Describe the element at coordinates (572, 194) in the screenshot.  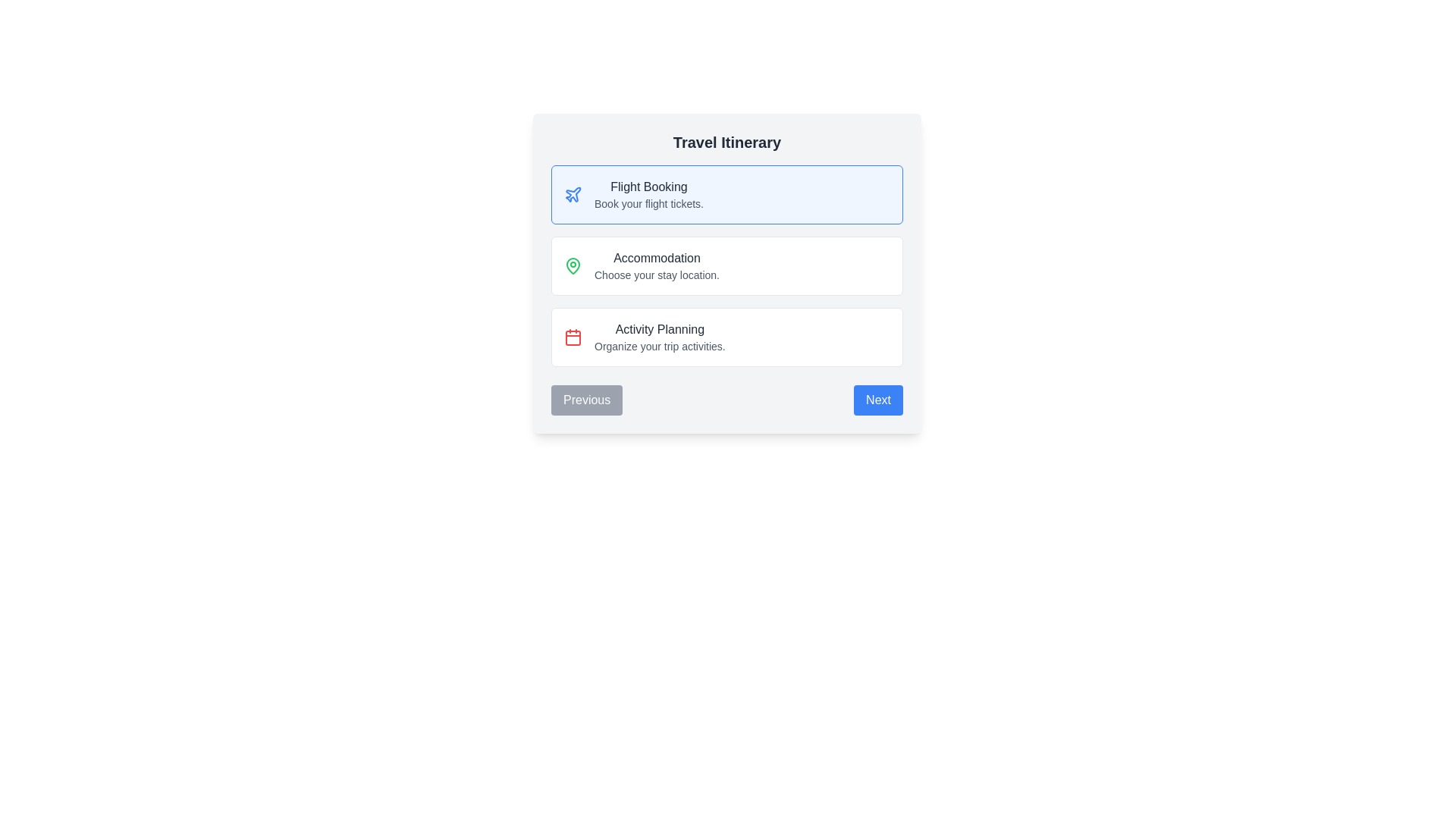
I see `the flight booking icon located to the left of the 'Flight Booking' text in the travel itinerary interface` at that location.